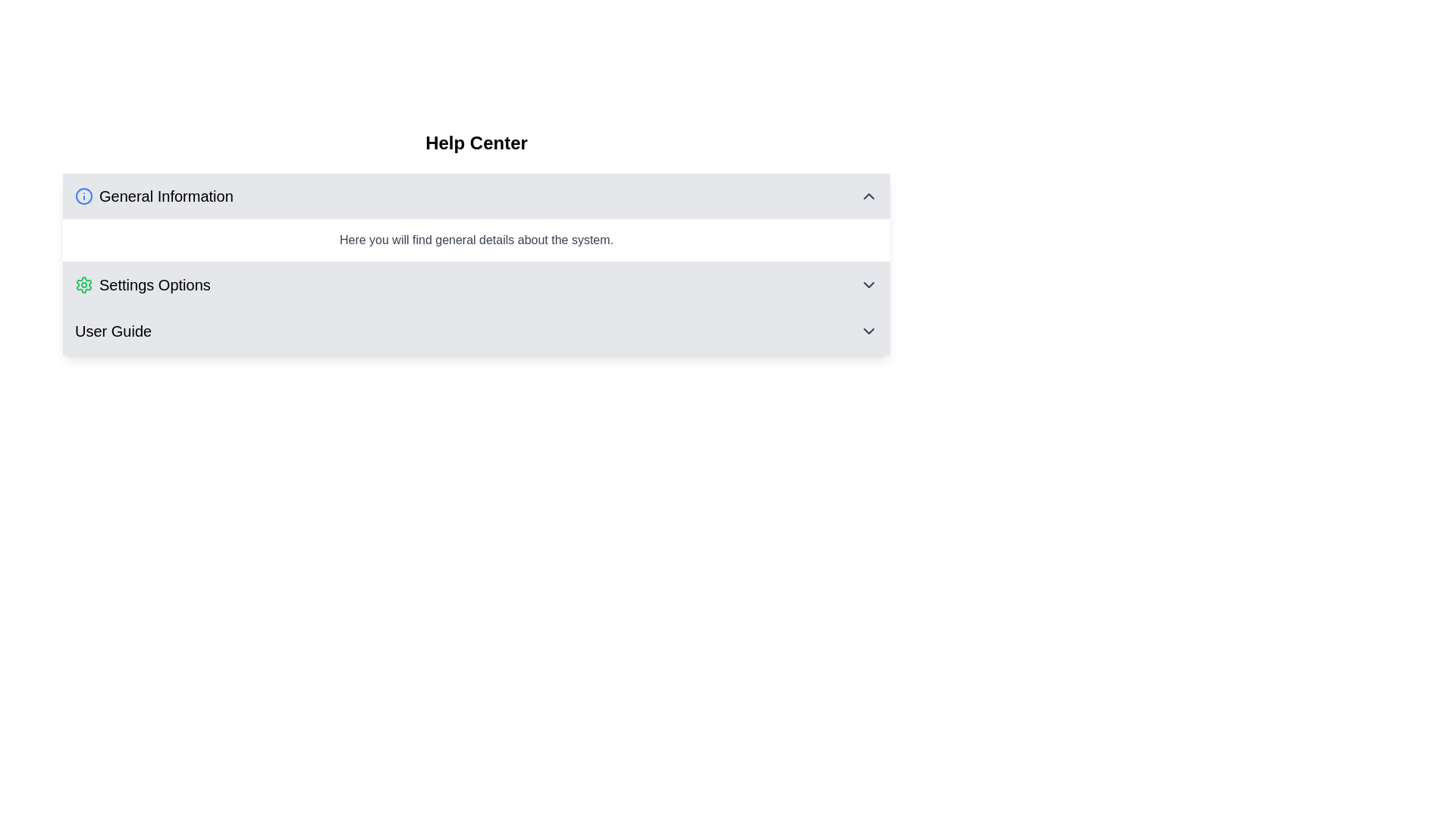  What do you see at coordinates (475, 195) in the screenshot?
I see `the 'General Information' Collapsible Section Header for keyboard navigation` at bounding box center [475, 195].